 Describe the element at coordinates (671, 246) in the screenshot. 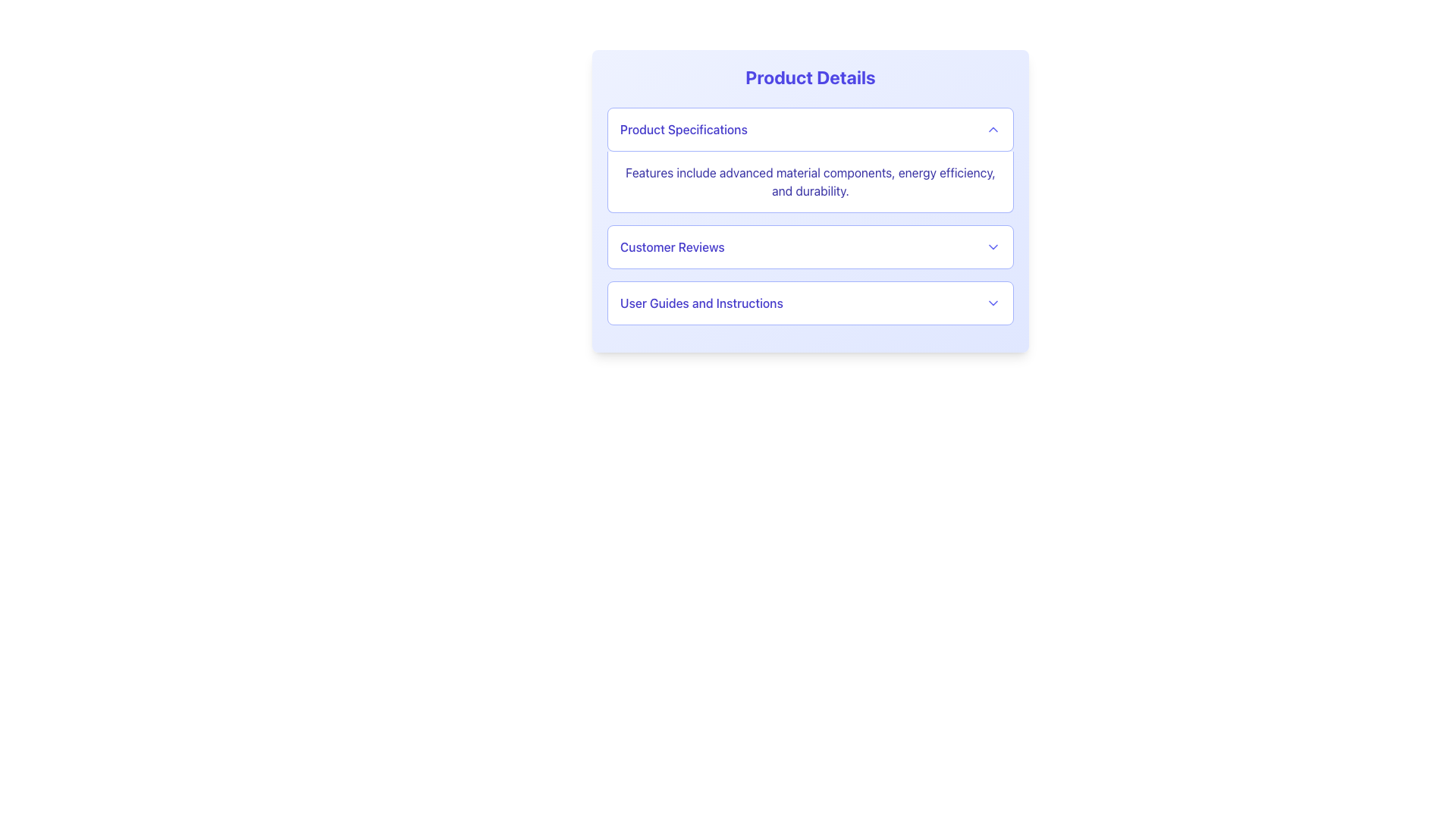

I see `the non-interactive Text label that serves as the title for the reviews section within the dropdown item under 'Product Details'` at that location.